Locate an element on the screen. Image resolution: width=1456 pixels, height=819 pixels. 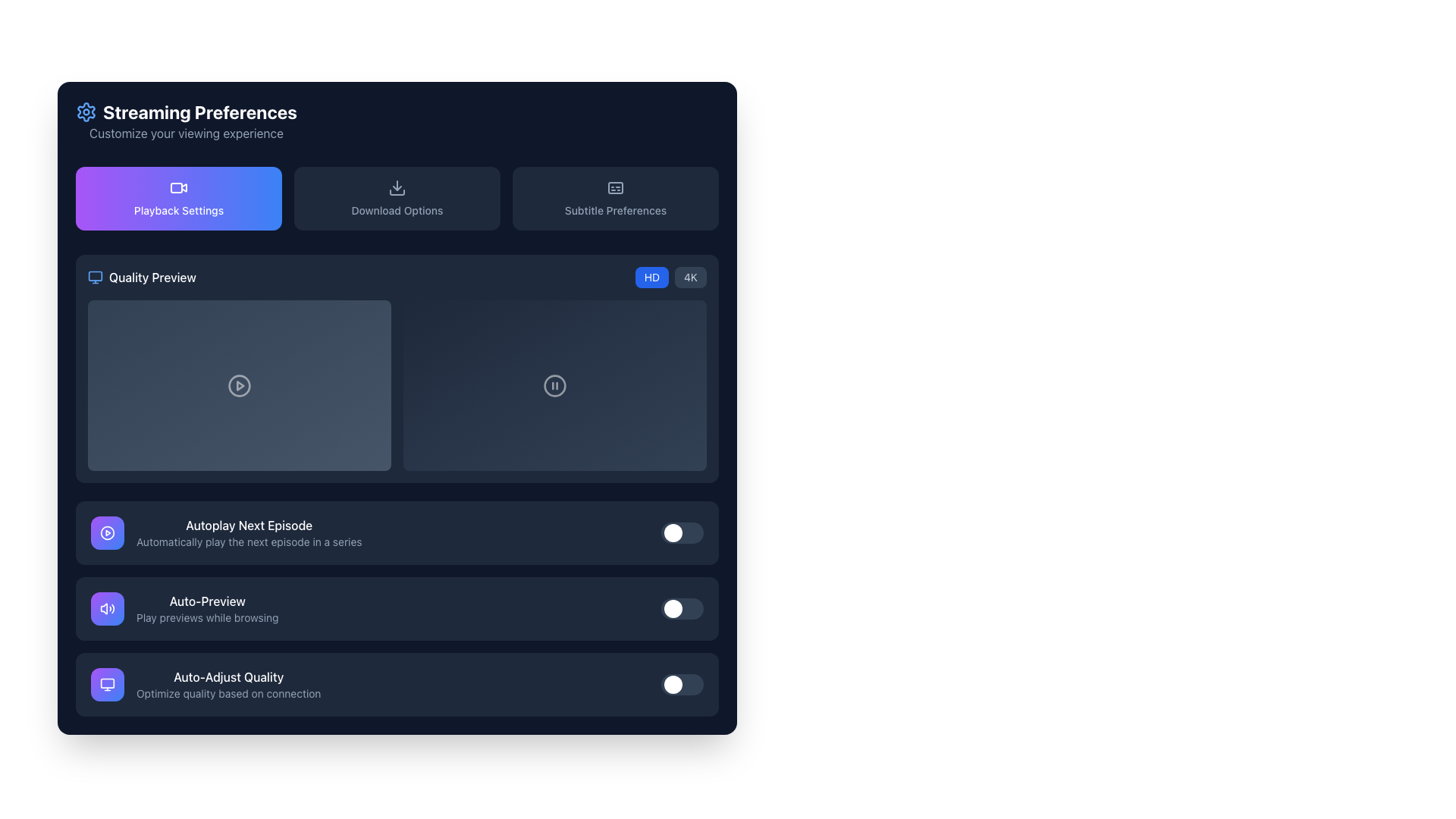
the circular knob of the toggle switch for 'Auto-Adjust Quality' located in the bottom right corner under 'Streaming Preferences' is located at coordinates (682, 684).